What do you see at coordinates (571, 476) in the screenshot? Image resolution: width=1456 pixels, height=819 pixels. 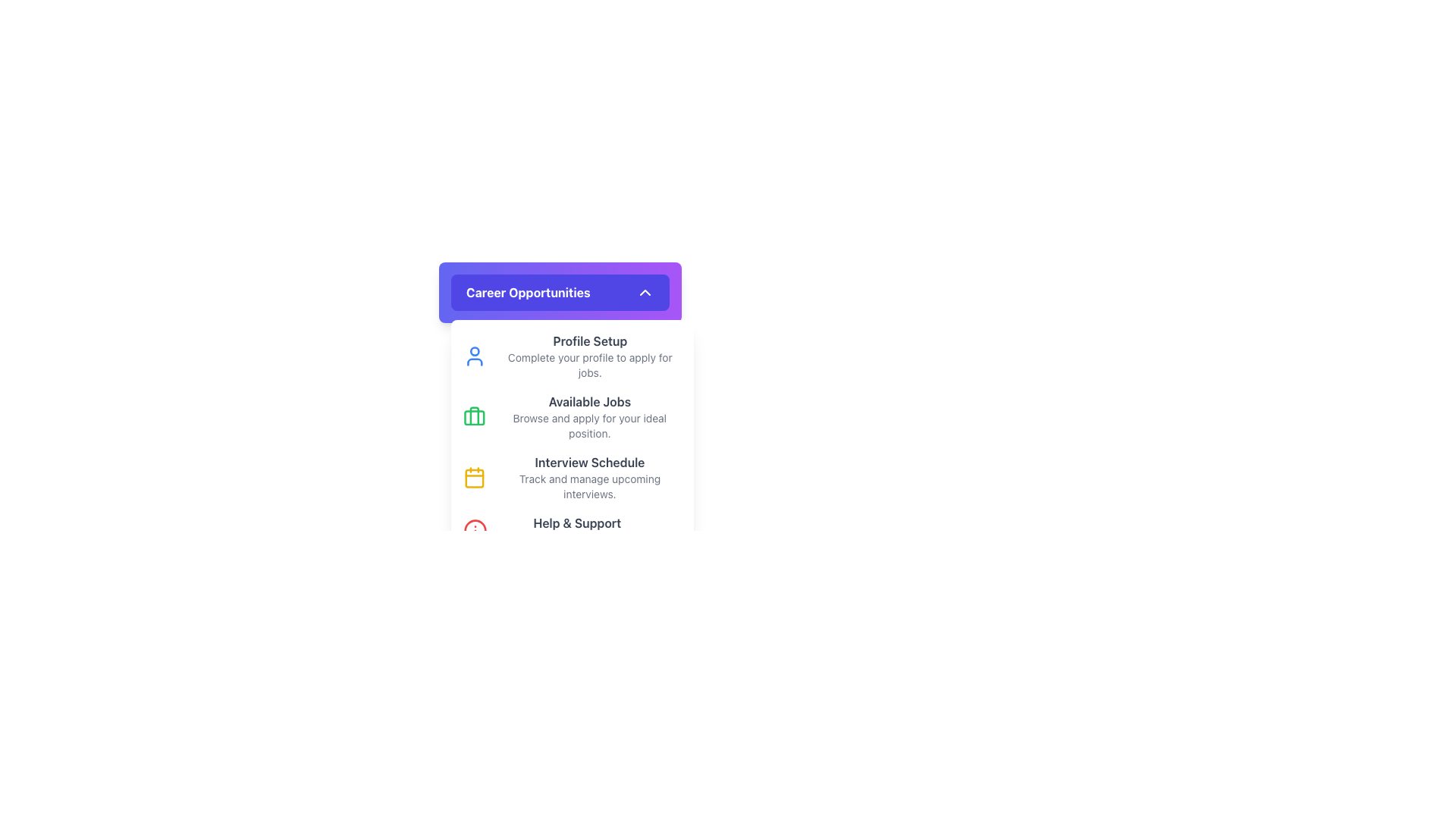 I see `the third item in the 'Career Opportunities' section` at bounding box center [571, 476].